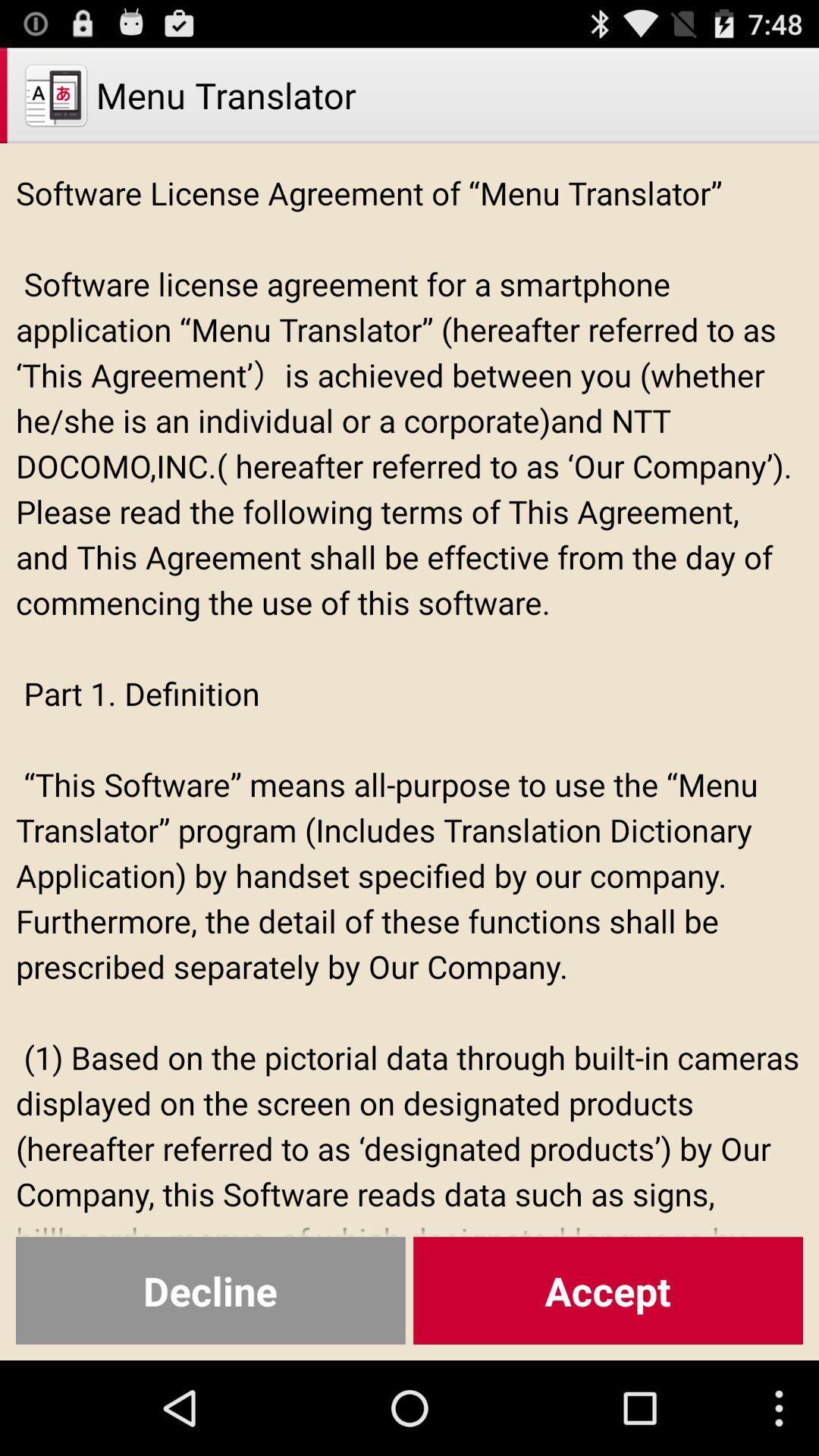 The height and width of the screenshot is (1456, 819). What do you see at coordinates (210, 1290) in the screenshot?
I see `the item to the left of the accept icon` at bounding box center [210, 1290].